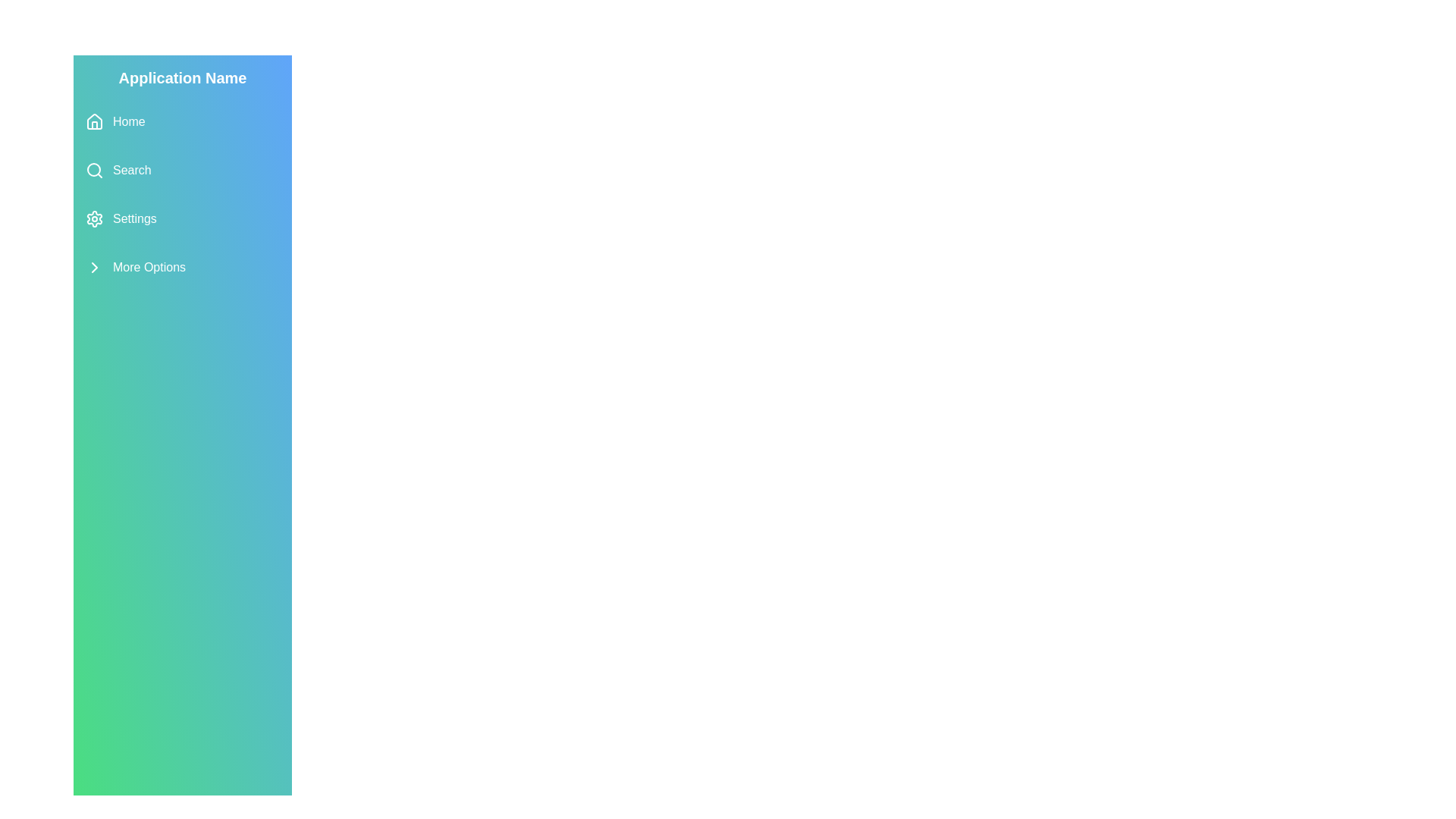 Image resolution: width=1456 pixels, height=819 pixels. What do you see at coordinates (182, 78) in the screenshot?
I see `the title text 'Application Name' to inspect its properties` at bounding box center [182, 78].